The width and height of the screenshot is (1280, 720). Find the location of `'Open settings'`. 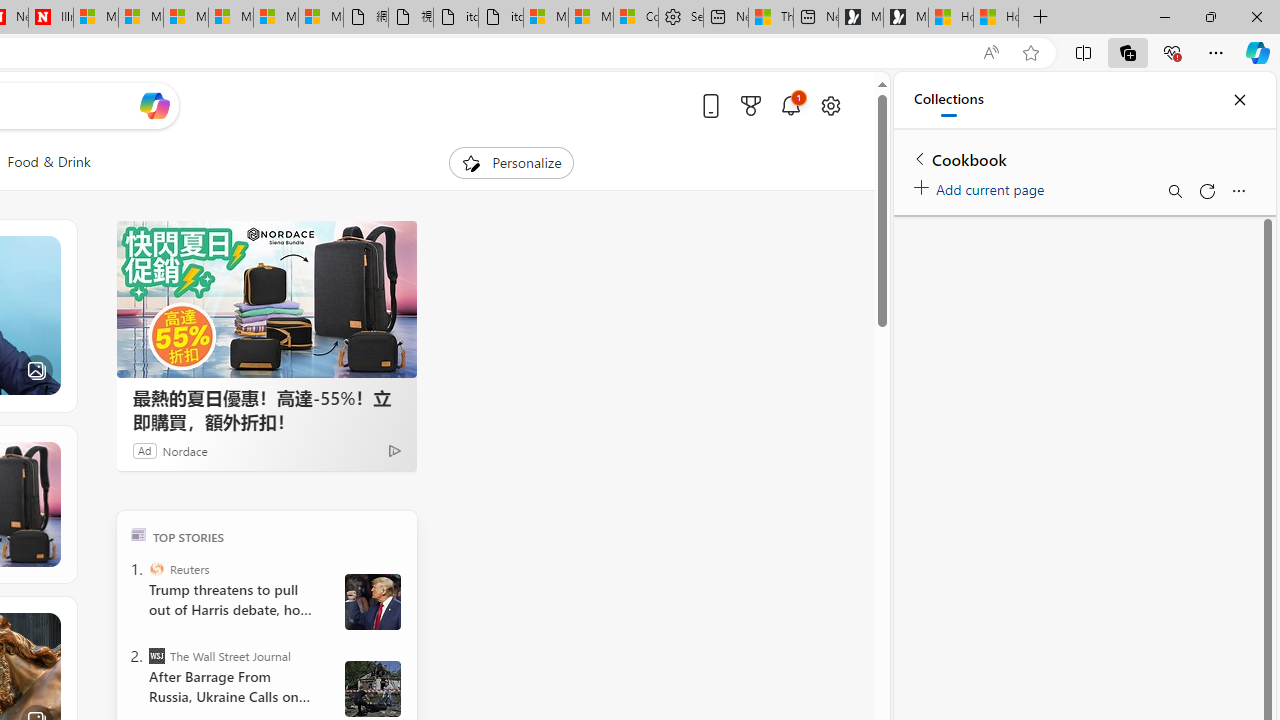

'Open settings' is located at coordinates (830, 105).